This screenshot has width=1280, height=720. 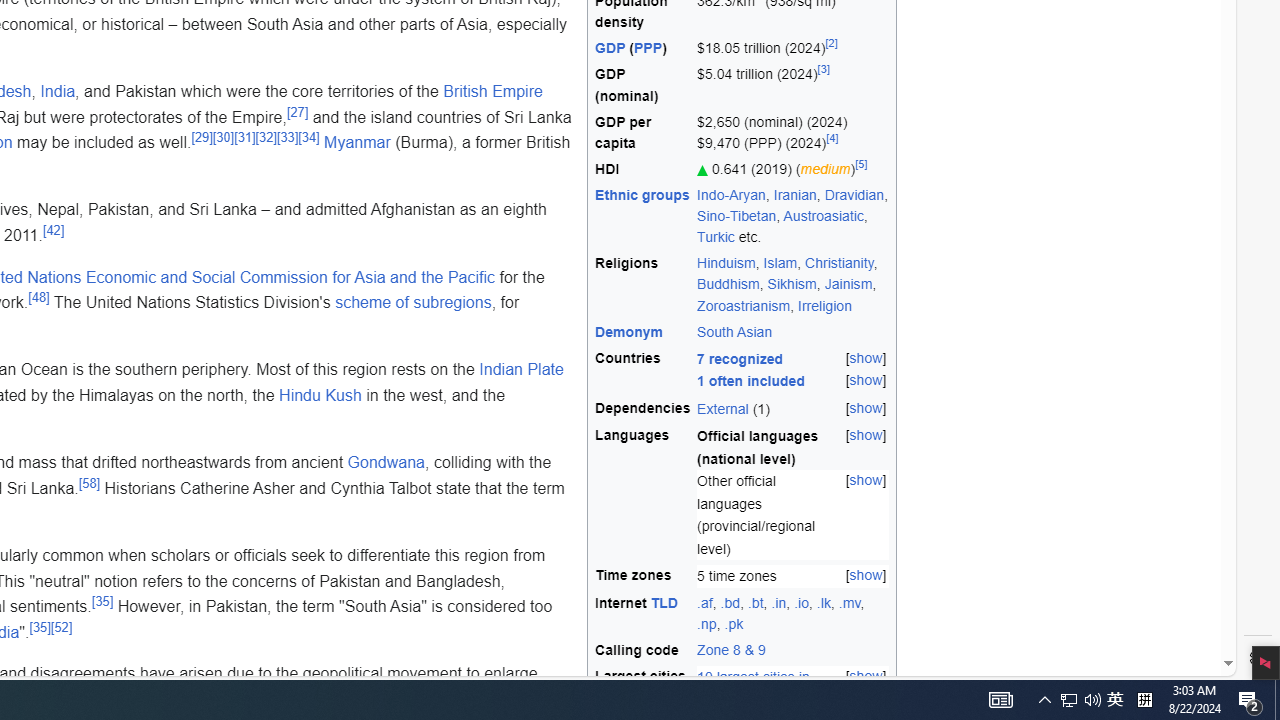 I want to click on '[5]', so click(x=861, y=163).